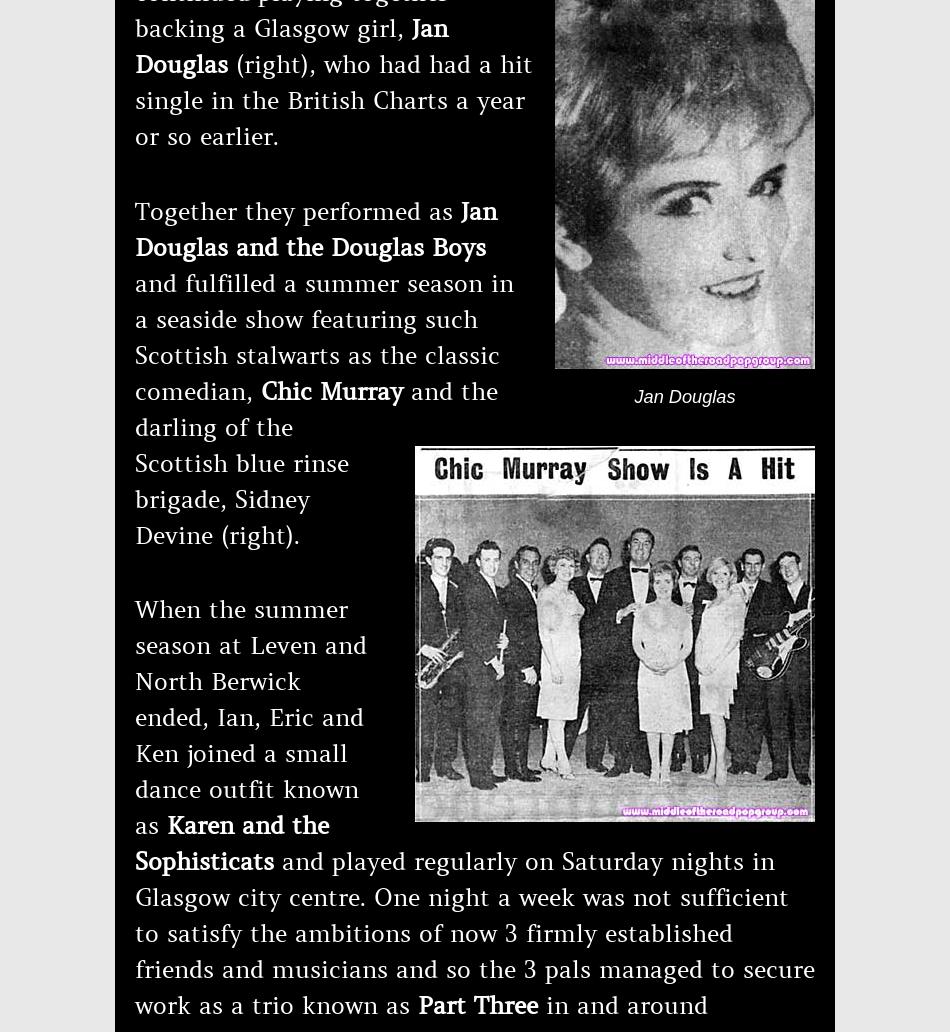 Image resolution: width=950 pixels, height=1032 pixels. What do you see at coordinates (249, 716) in the screenshot?
I see `'When the summer season at Leven and North Berwick ended, Ian, Eric and Ken joined a small dance outfit known as'` at bounding box center [249, 716].